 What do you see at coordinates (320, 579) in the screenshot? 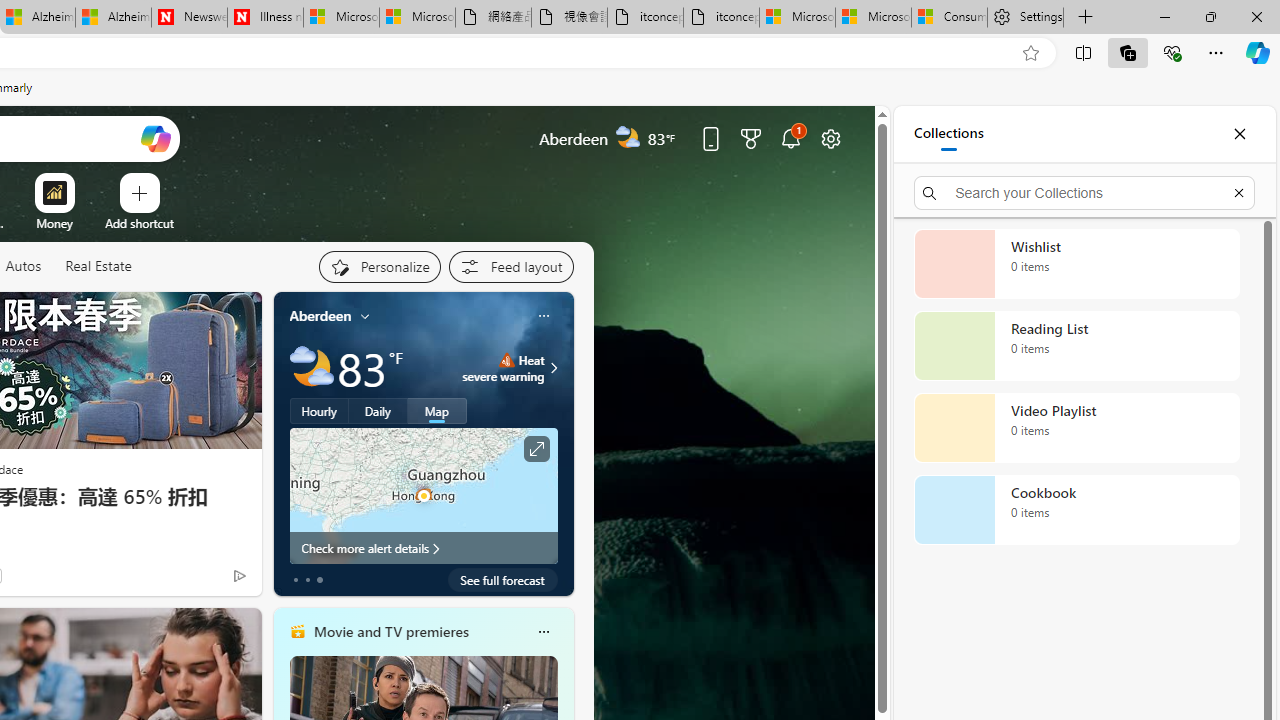
I see `'tab-2'` at bounding box center [320, 579].